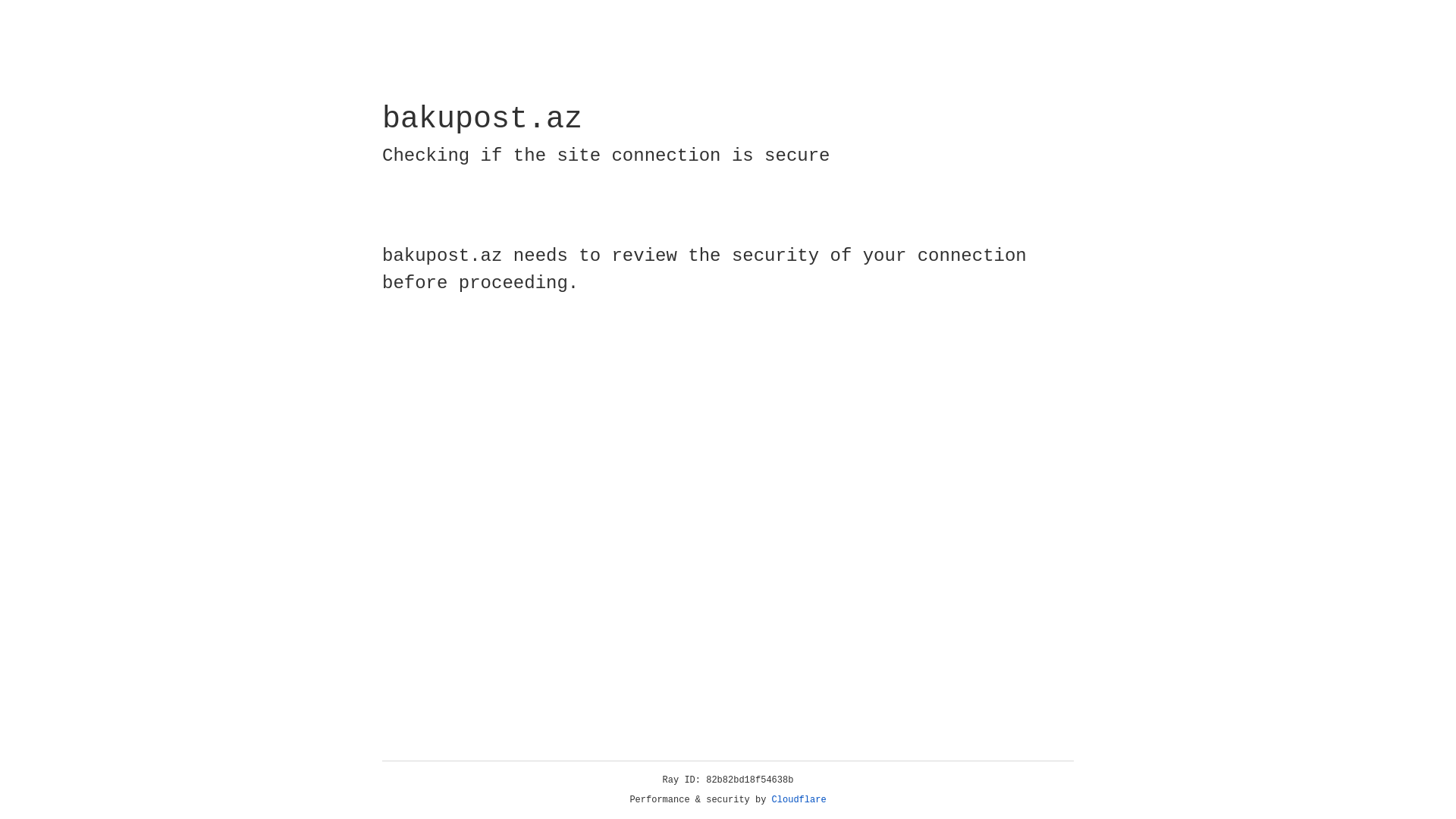  I want to click on 'Cloudflare', so click(799, 799).